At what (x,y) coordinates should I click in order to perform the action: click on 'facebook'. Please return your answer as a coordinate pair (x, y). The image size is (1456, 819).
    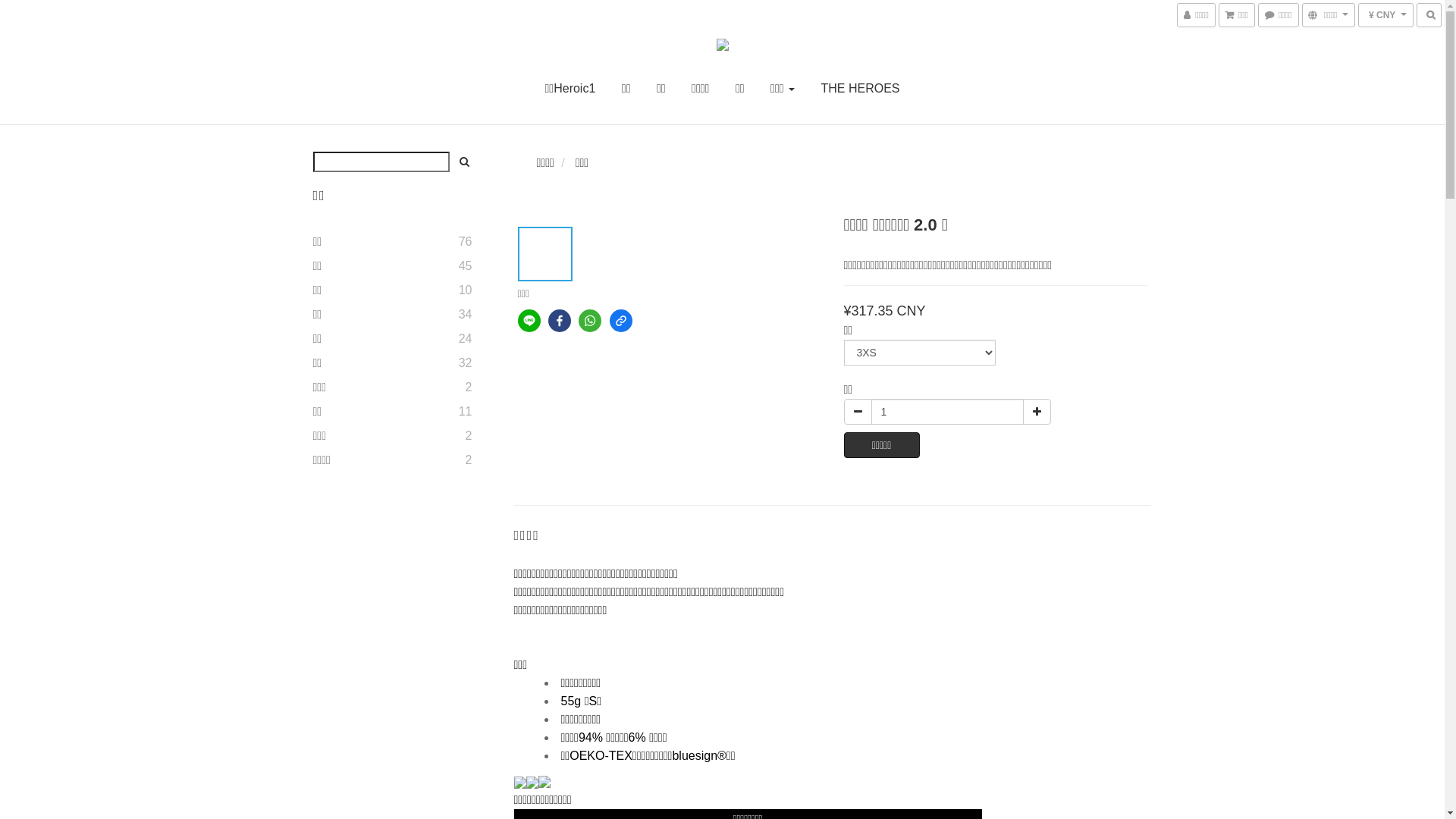
    Looking at the image, I should click on (548, 320).